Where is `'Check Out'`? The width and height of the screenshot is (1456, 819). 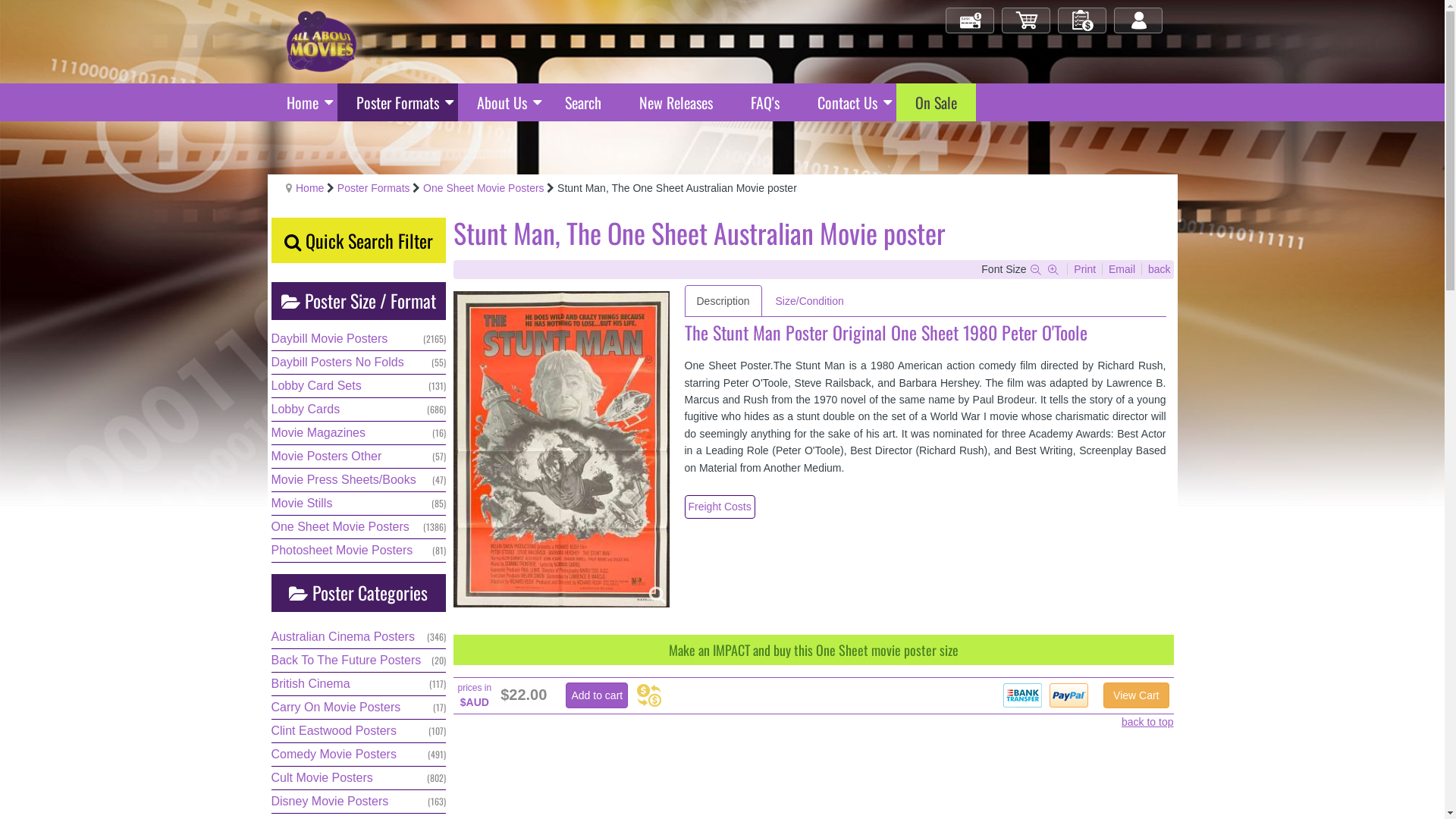
'Check Out' is located at coordinates (971, 20).